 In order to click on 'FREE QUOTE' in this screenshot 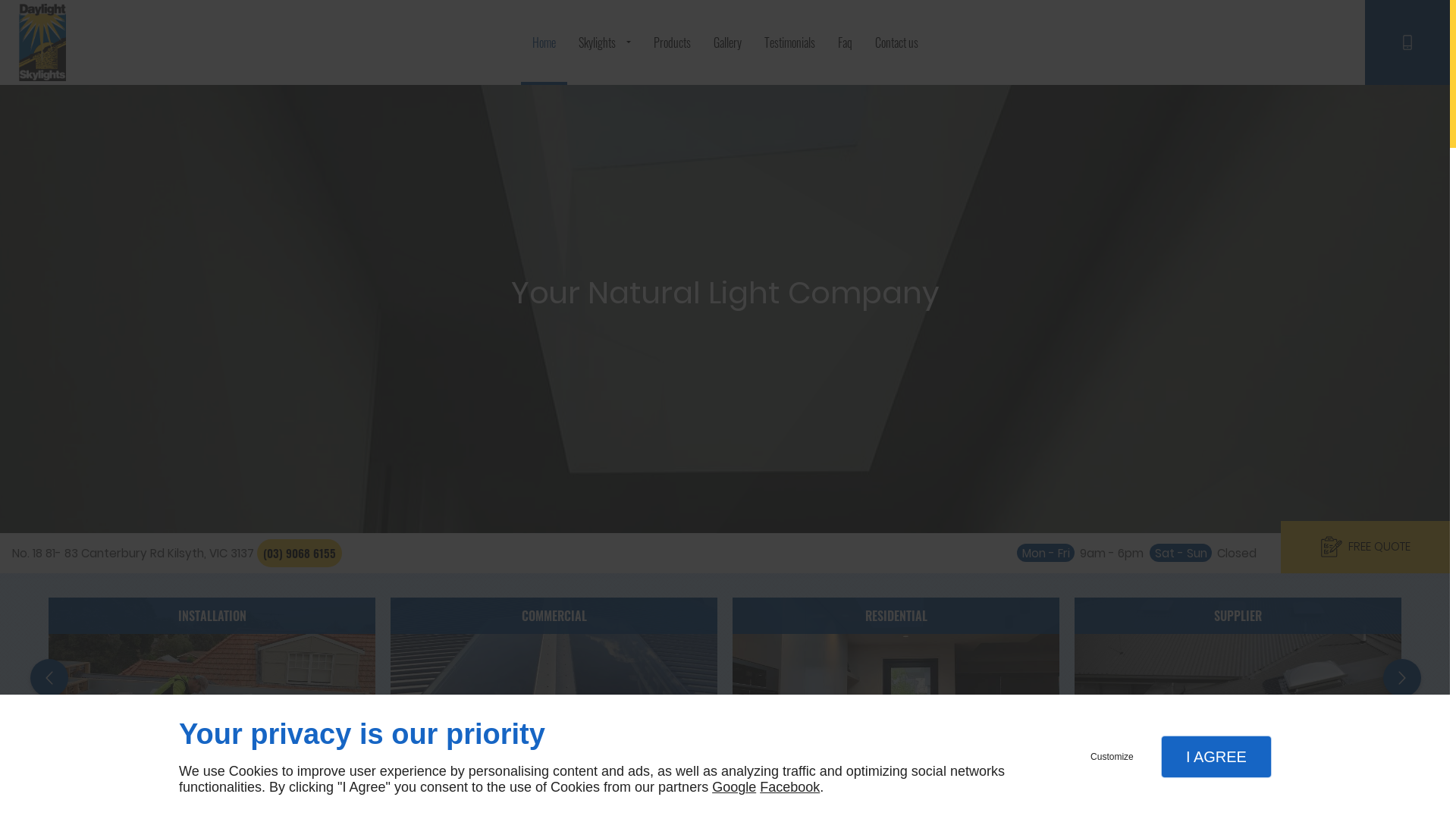, I will do `click(1365, 547)`.